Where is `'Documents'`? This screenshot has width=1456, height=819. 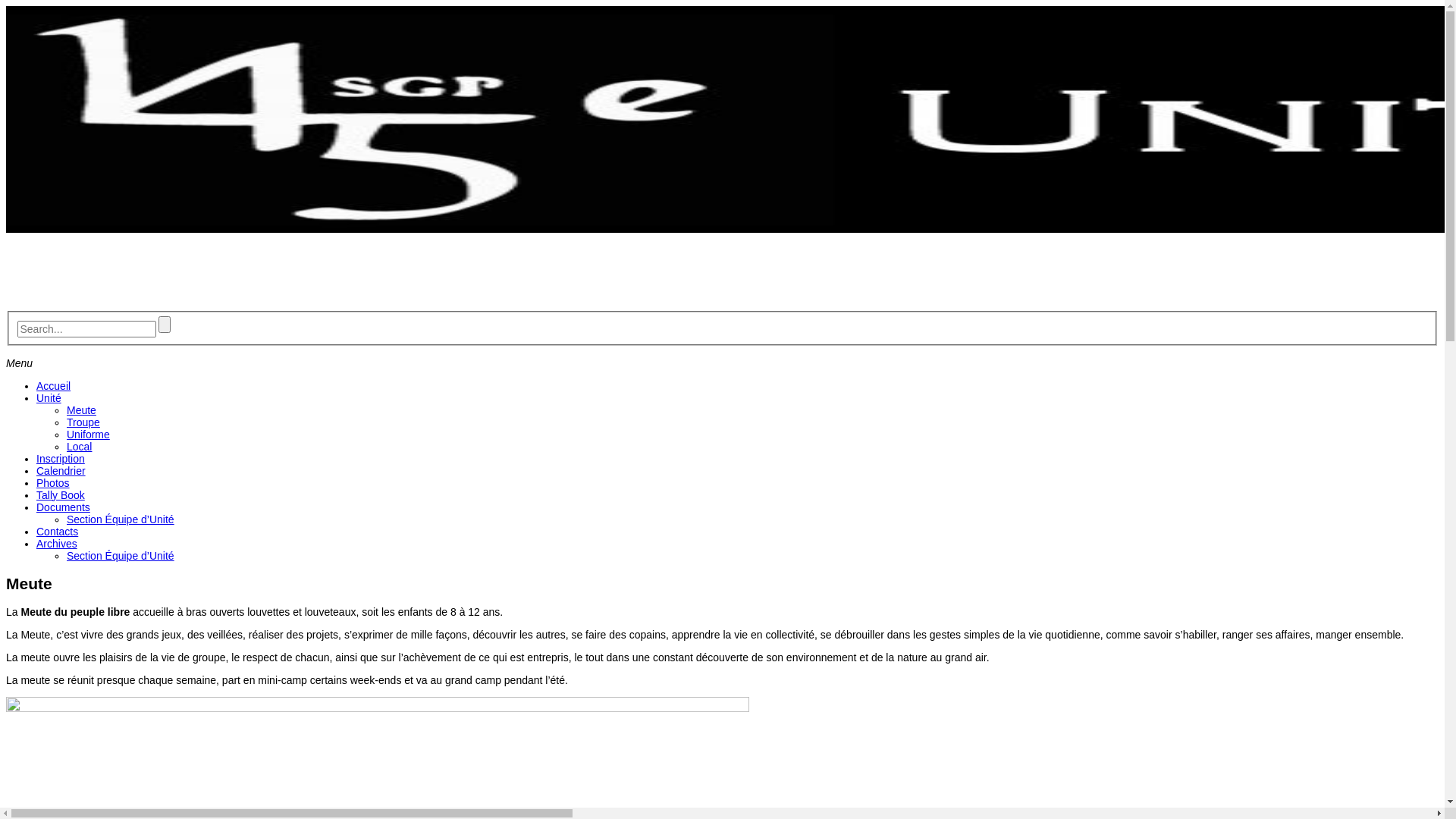 'Documents' is located at coordinates (62, 507).